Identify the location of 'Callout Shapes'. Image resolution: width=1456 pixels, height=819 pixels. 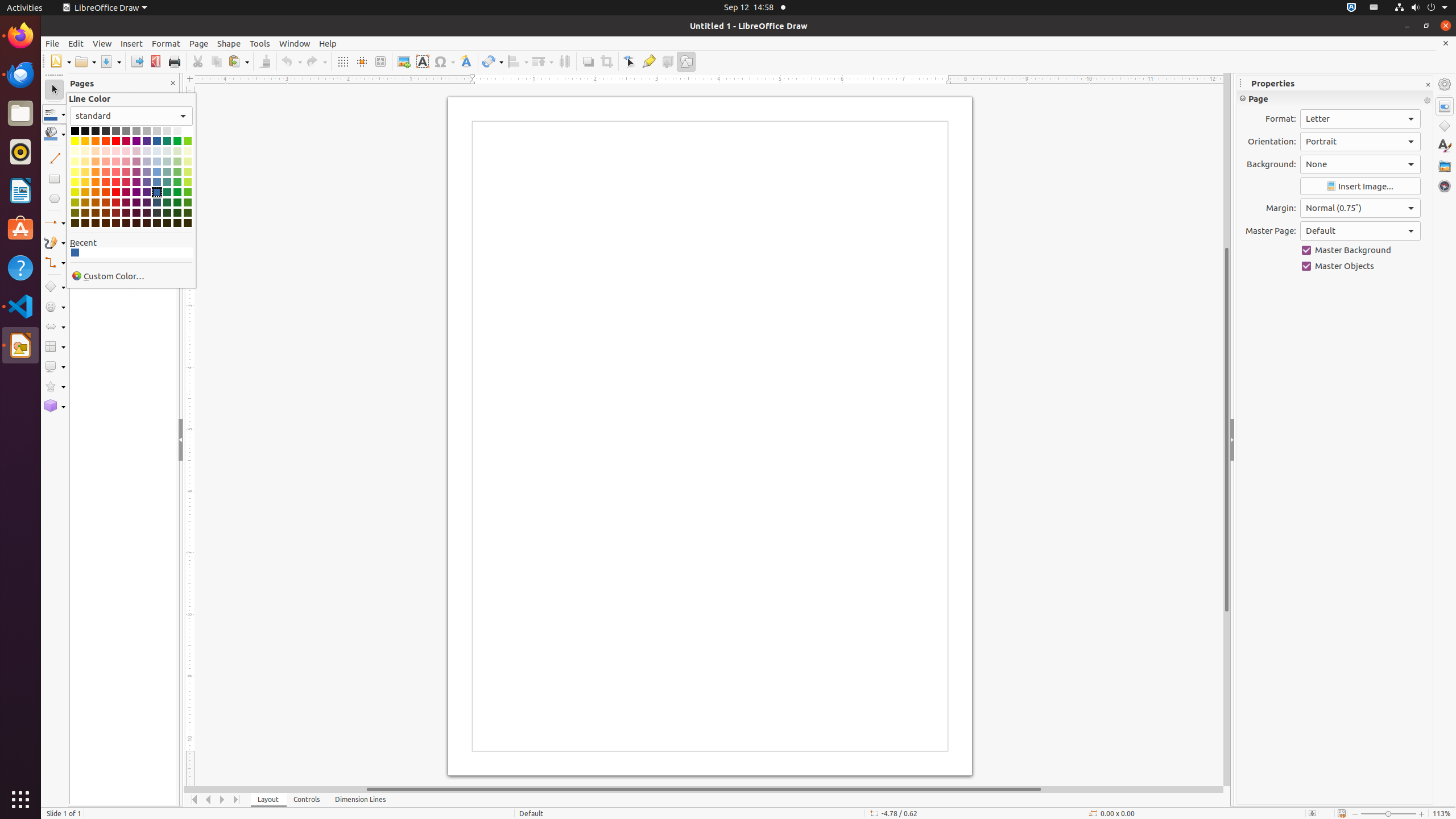
(54, 366).